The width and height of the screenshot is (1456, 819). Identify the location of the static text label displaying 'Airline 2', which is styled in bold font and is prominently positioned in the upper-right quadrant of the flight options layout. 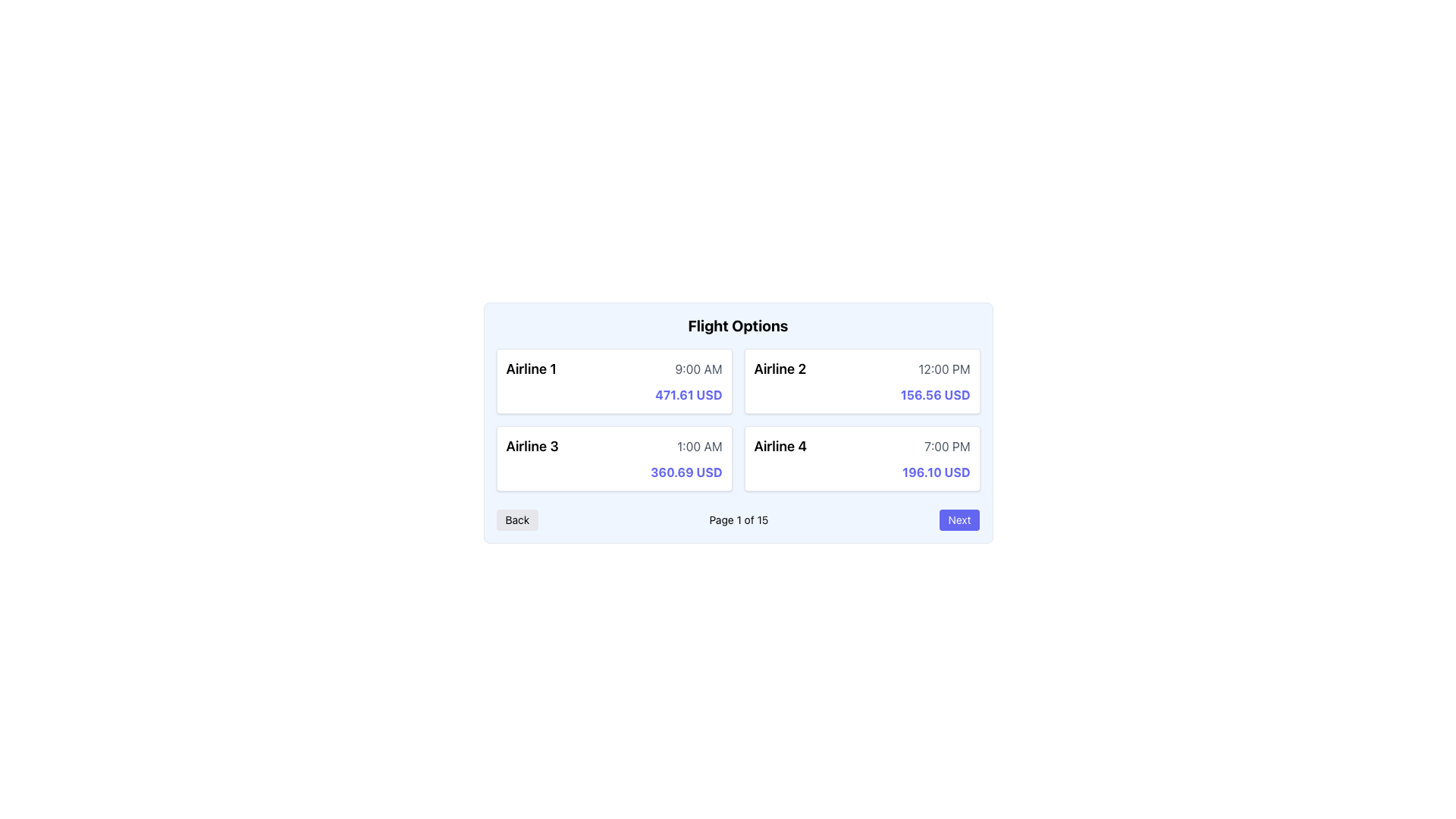
(780, 369).